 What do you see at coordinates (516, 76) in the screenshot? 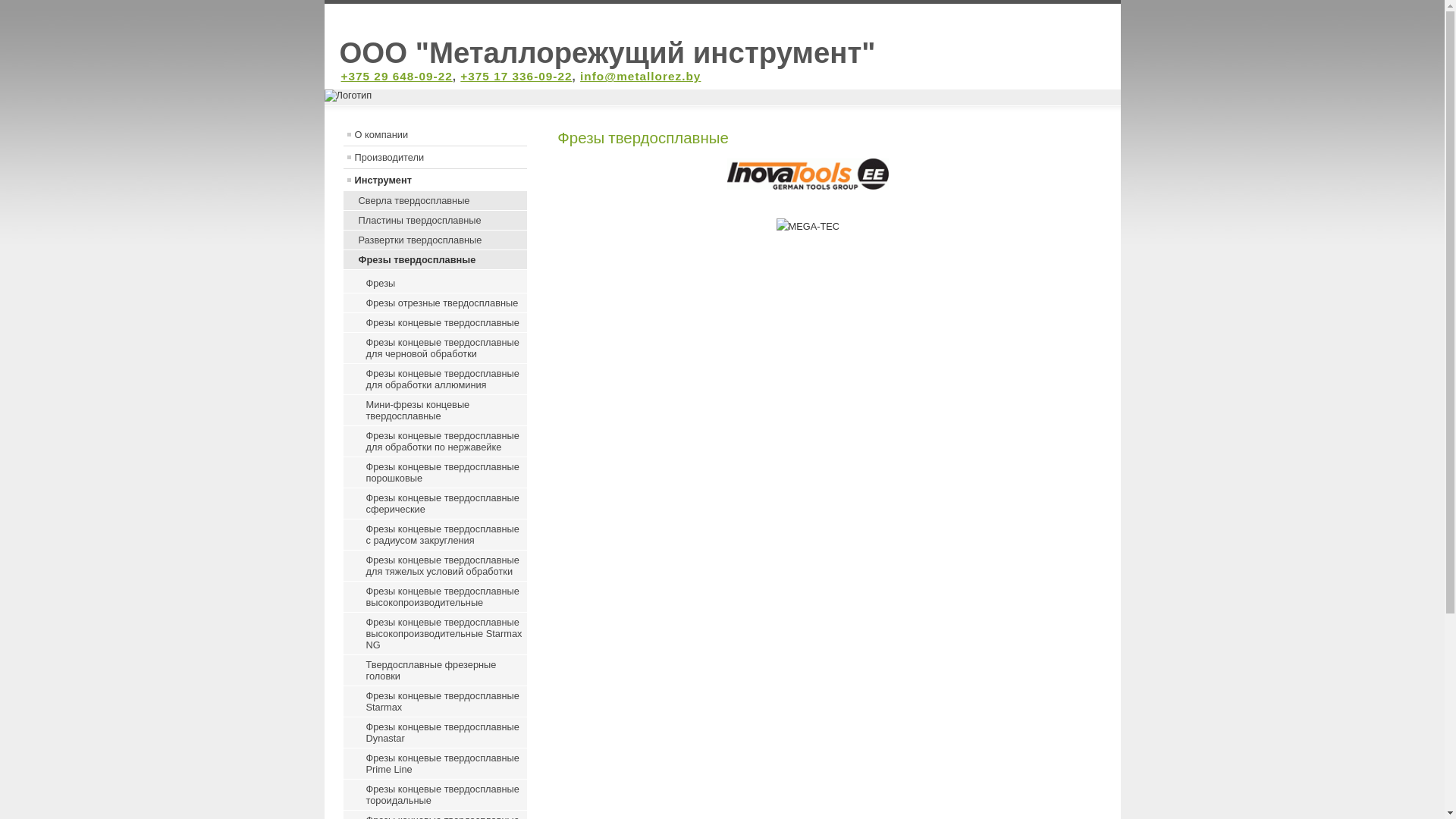
I see `'+375 17 336-09-22'` at bounding box center [516, 76].